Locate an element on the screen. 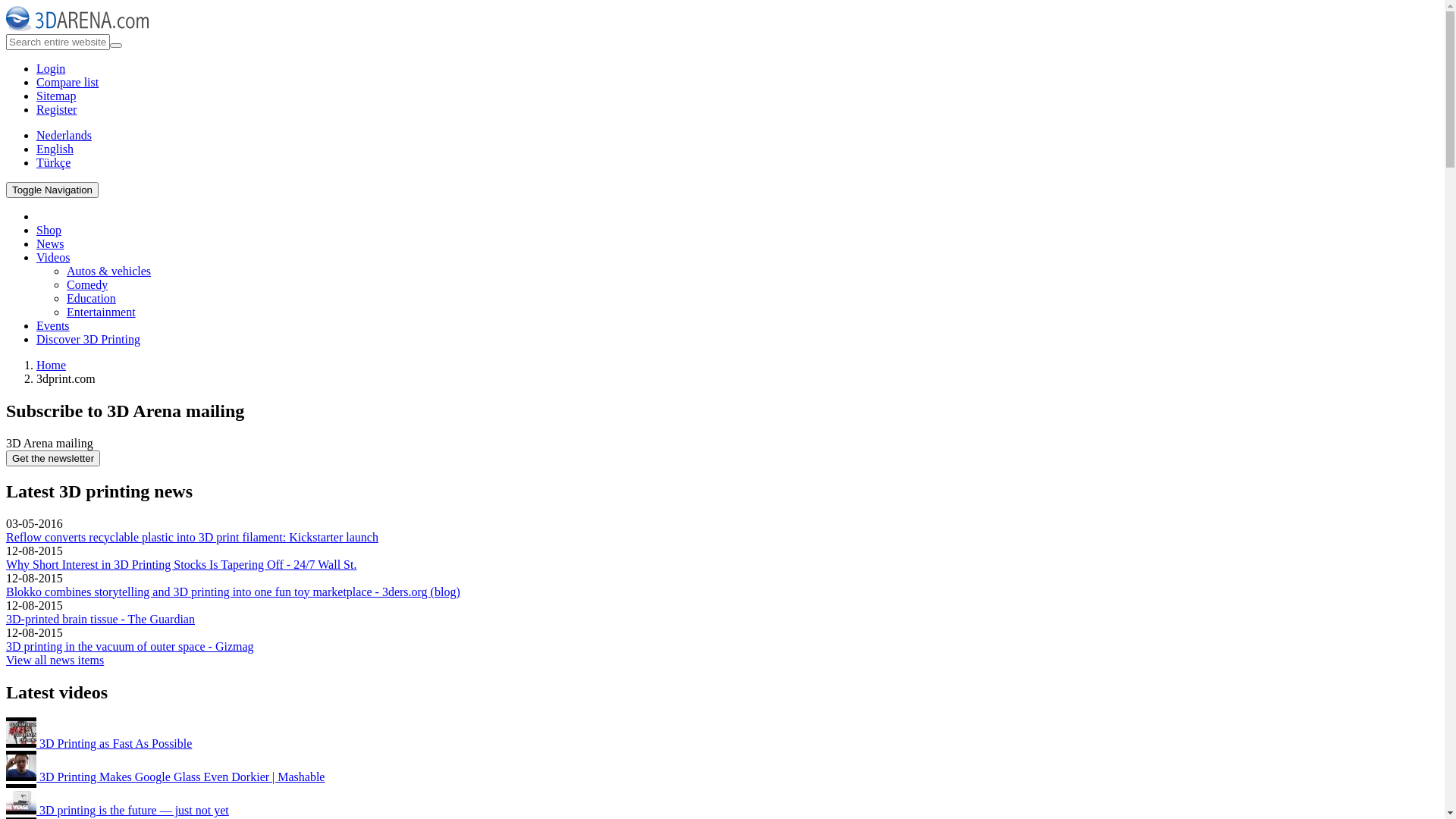 Image resolution: width=1456 pixels, height=819 pixels. '3D-printed brain tissue - The Guardian' is located at coordinates (99, 619).